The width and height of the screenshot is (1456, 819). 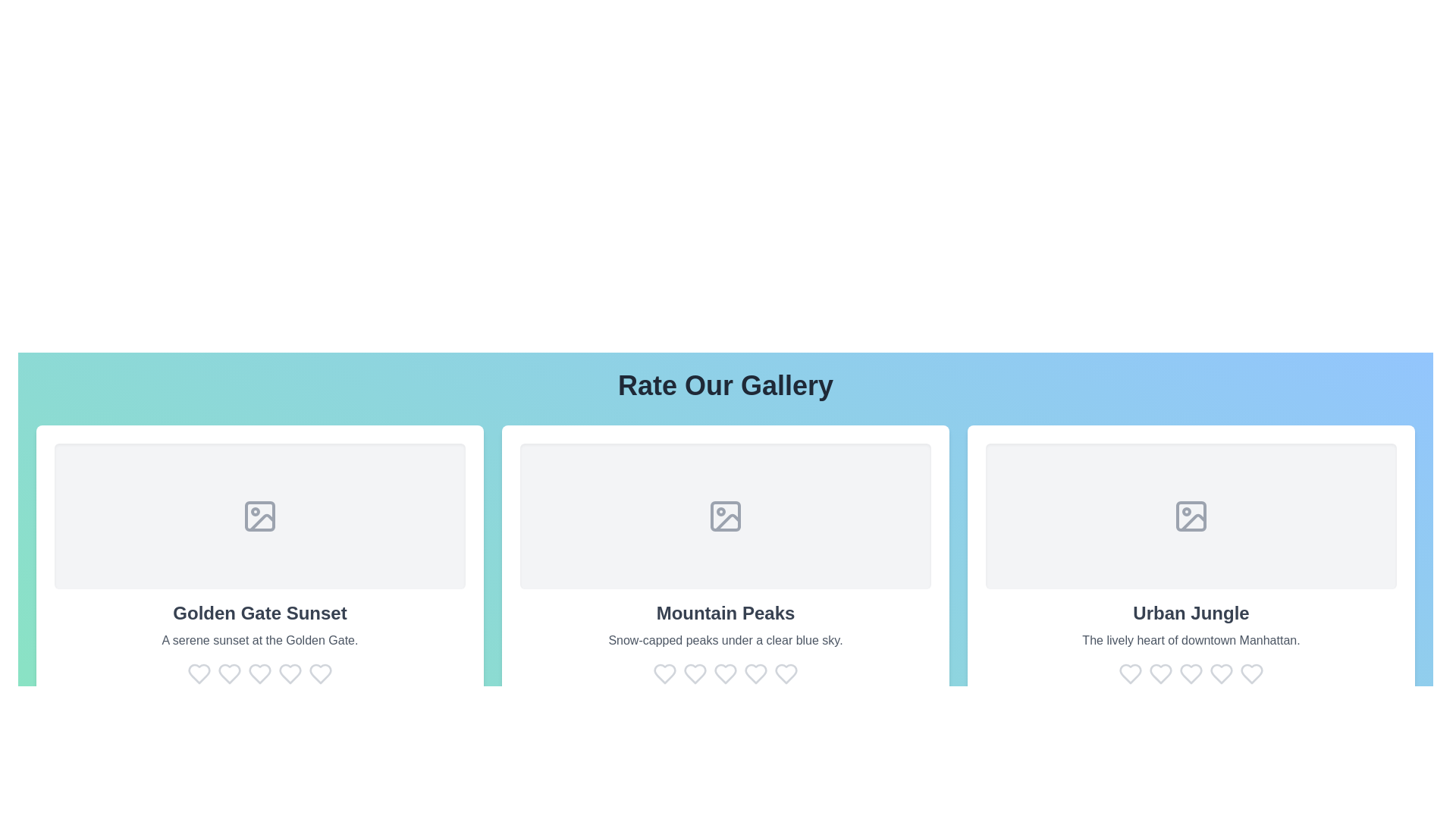 I want to click on the image placeholder for Mountain Peaks, so click(x=724, y=516).